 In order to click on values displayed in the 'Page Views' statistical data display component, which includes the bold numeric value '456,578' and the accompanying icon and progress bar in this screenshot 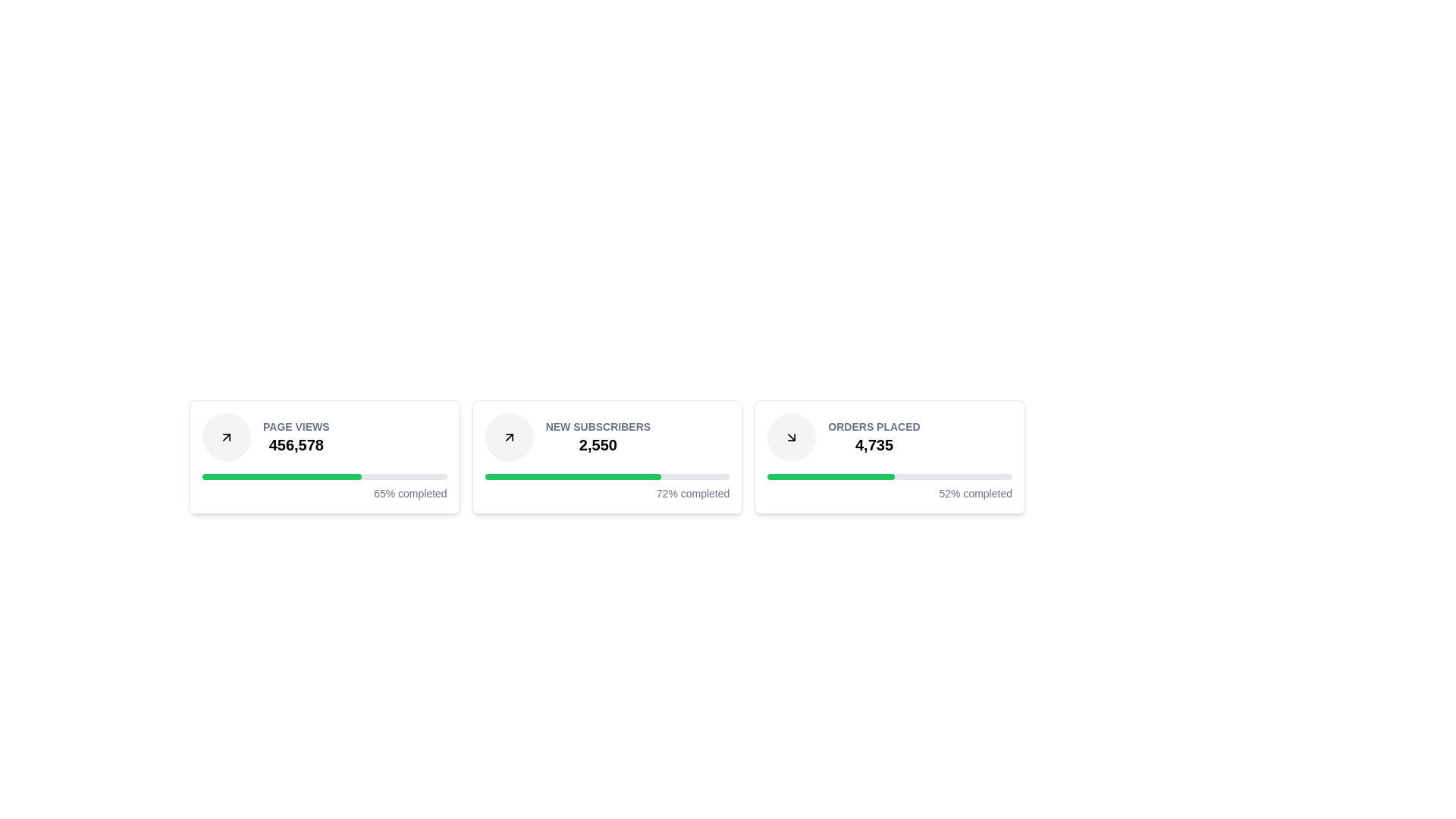, I will do `click(324, 438)`.